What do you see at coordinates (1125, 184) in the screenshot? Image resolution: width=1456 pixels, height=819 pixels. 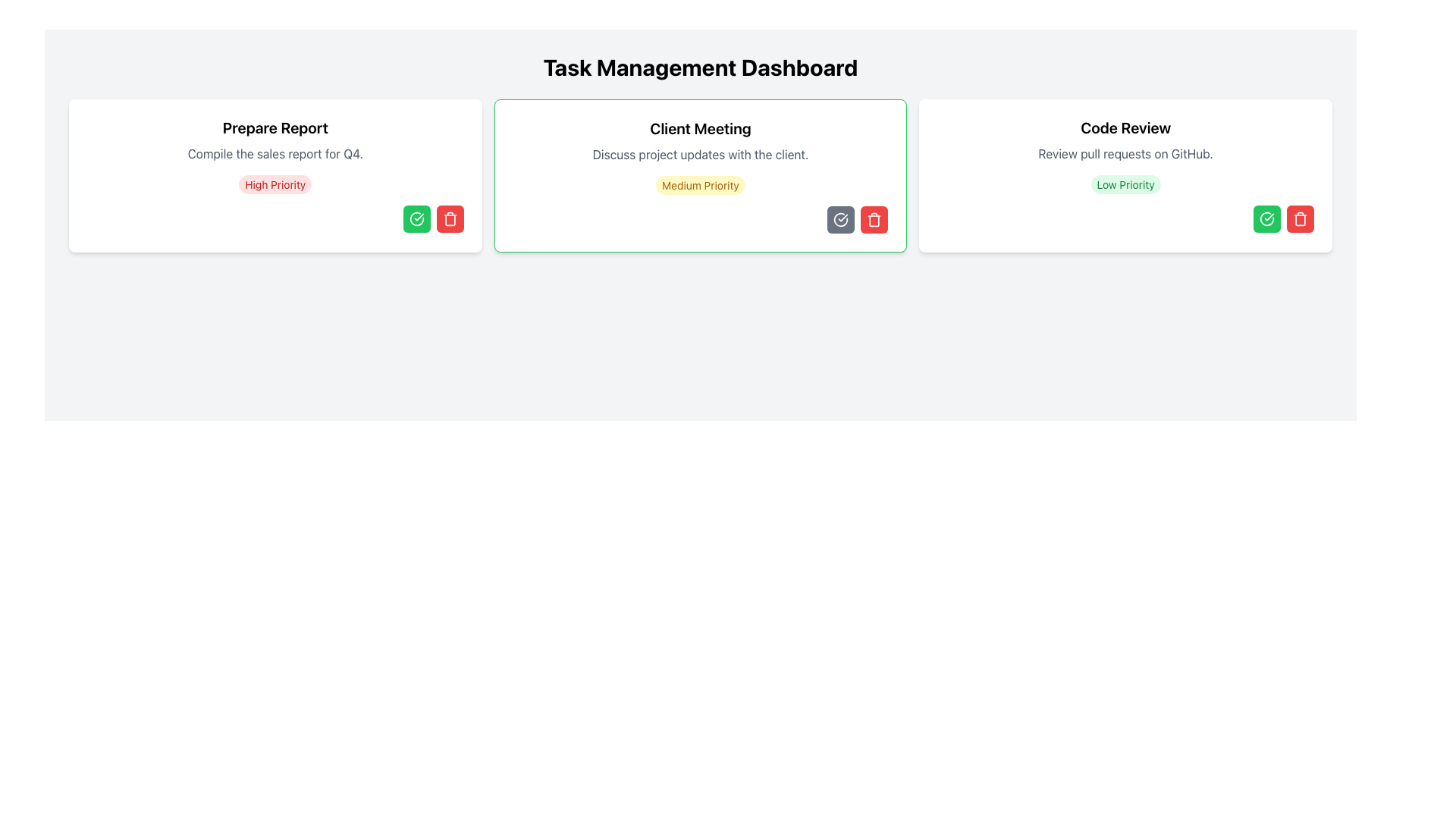 I see `the 'Low Priority' label, which is a rounded rectangular badge with a green background and darker green text, located in the 'Code Review' section above the action buttons` at bounding box center [1125, 184].